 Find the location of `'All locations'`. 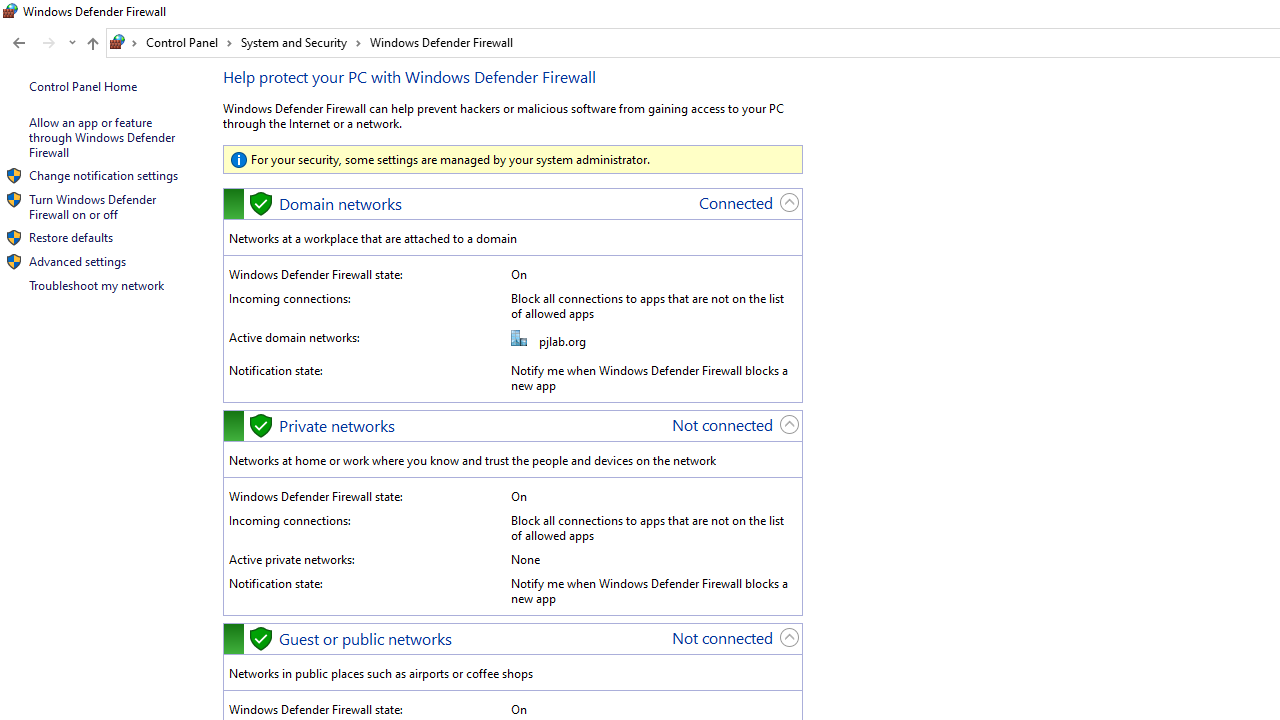

'All locations' is located at coordinates (123, 42).